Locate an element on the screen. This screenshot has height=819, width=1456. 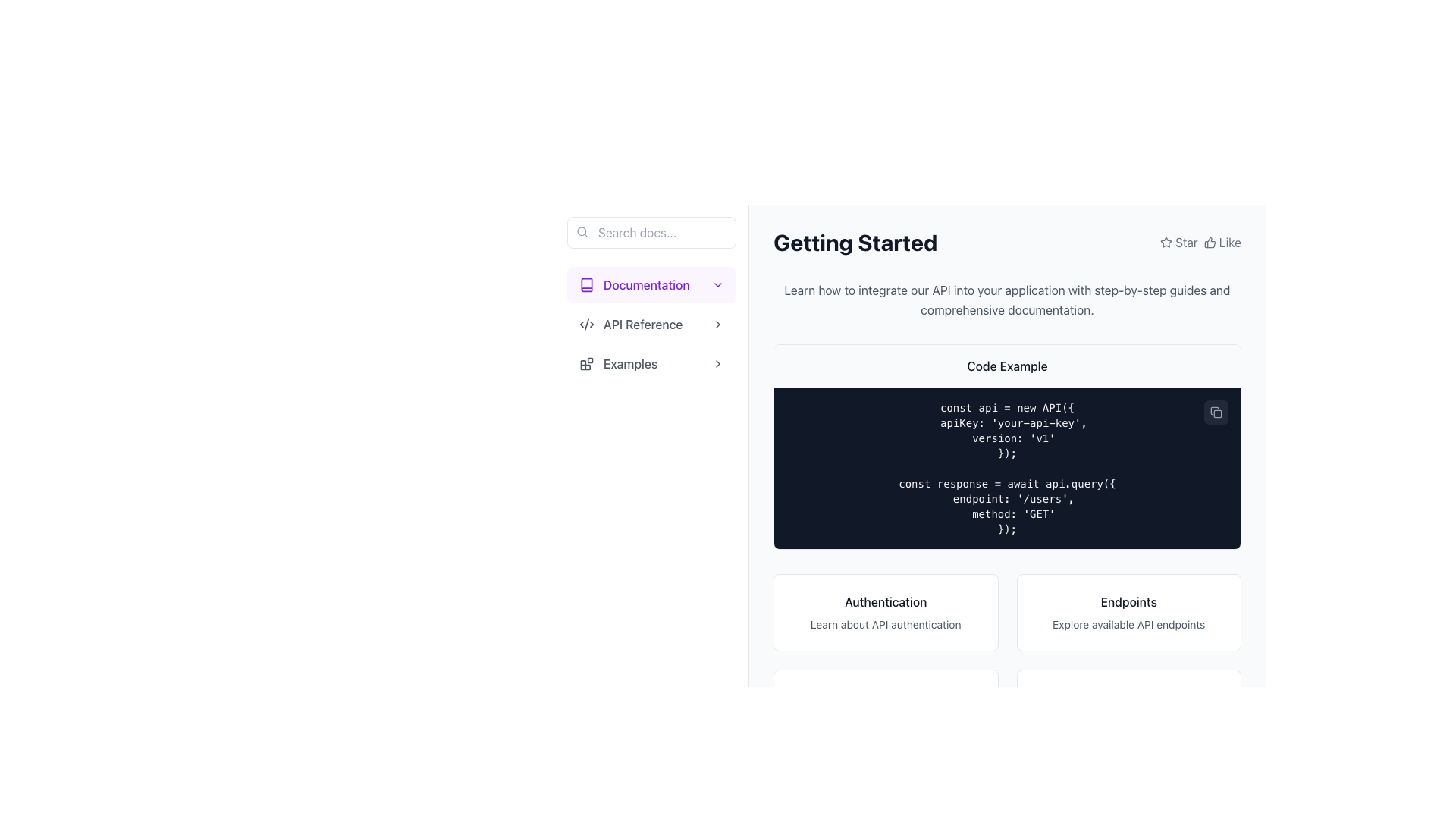
the text label that reads 'Code Example', which is styled in a medium-weight font and dark gray color, located at the top of a bordered section with a light gray background is located at coordinates (1007, 366).